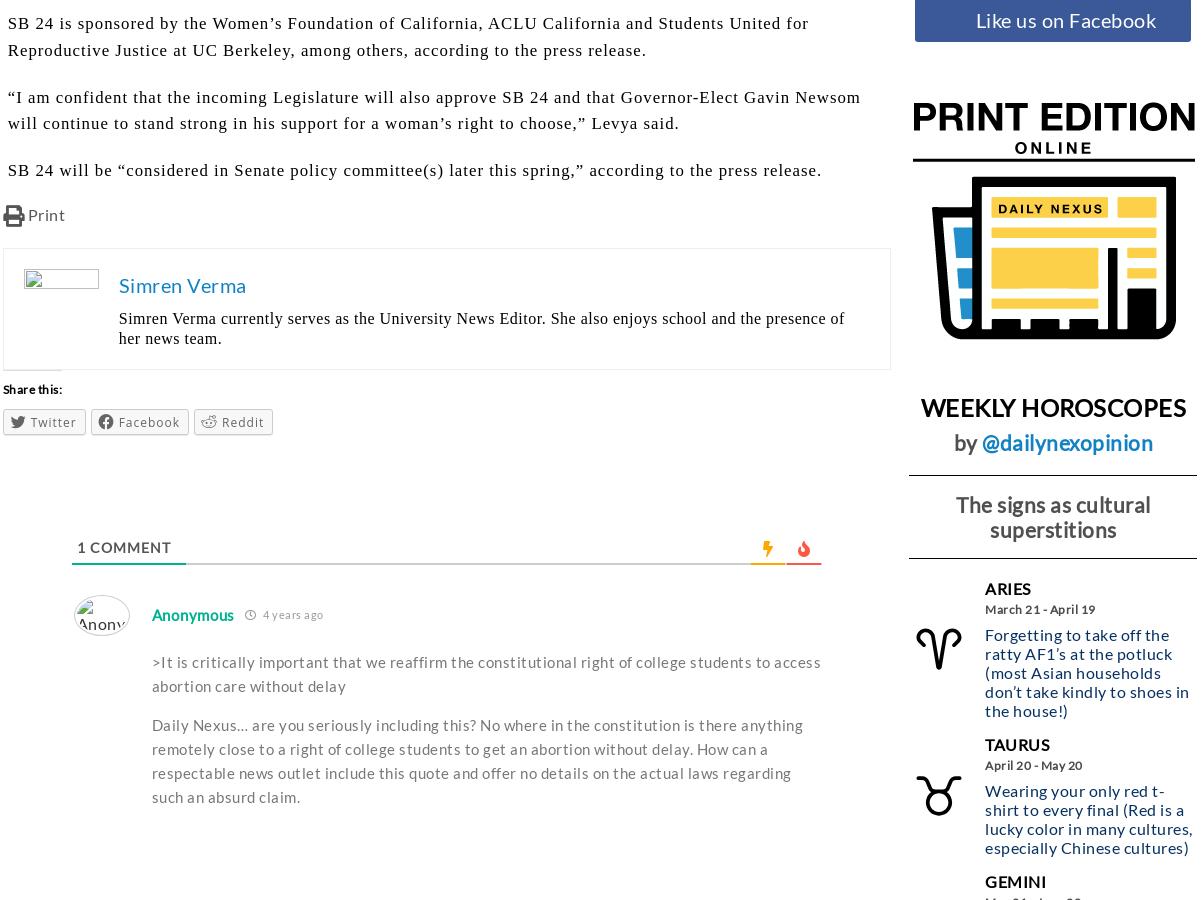  Describe the element at coordinates (6, 170) in the screenshot. I see `'SB 24 will be “considered in Senate policy committee(s) later this spring,” according to the press release.'` at that location.